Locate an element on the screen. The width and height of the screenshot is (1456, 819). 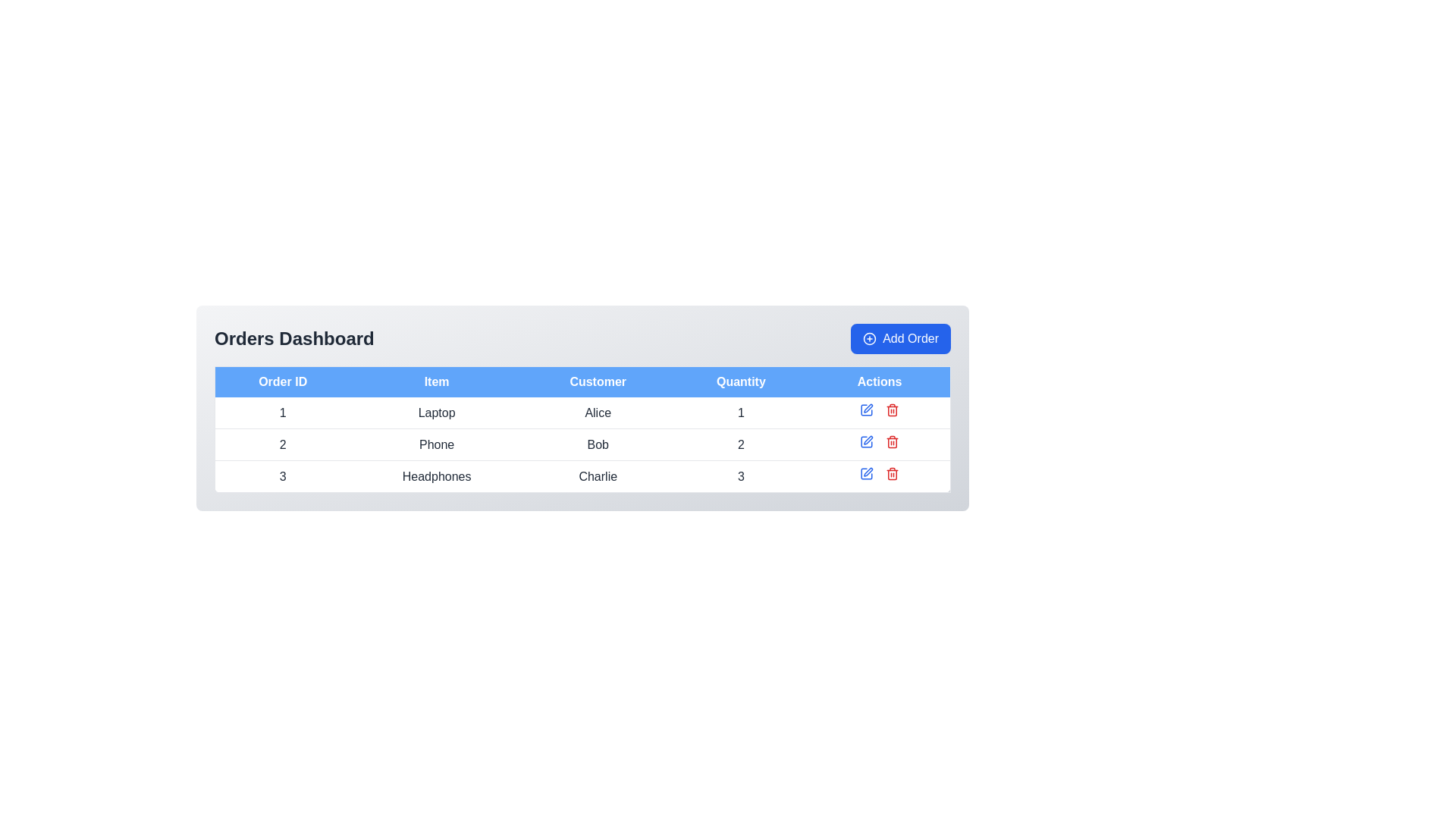
the vertical line-like shape within the trash can icon located under the 'Actions' column in the last row of the data table is located at coordinates (893, 474).